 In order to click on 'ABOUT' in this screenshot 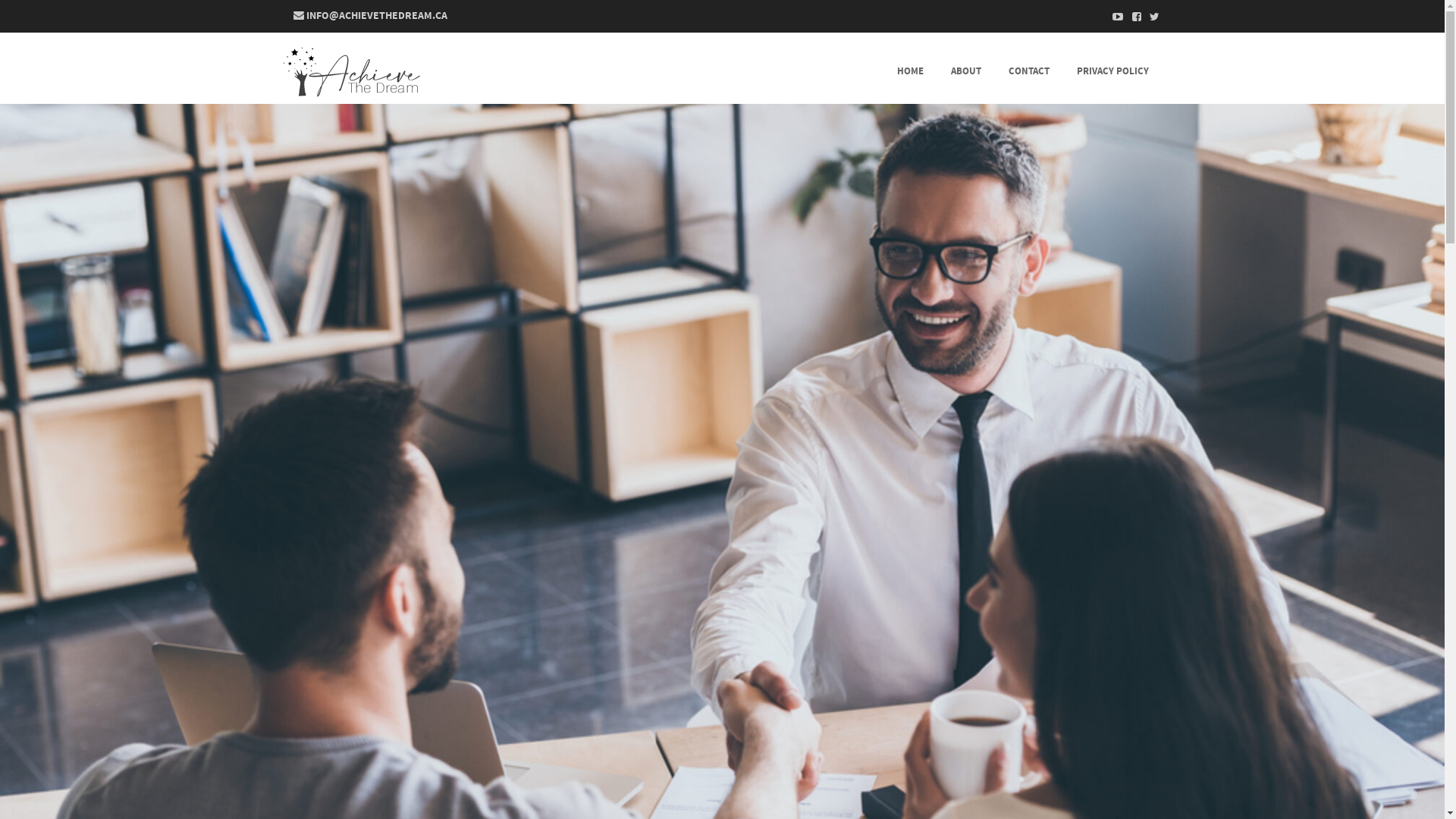, I will do `click(965, 67)`.